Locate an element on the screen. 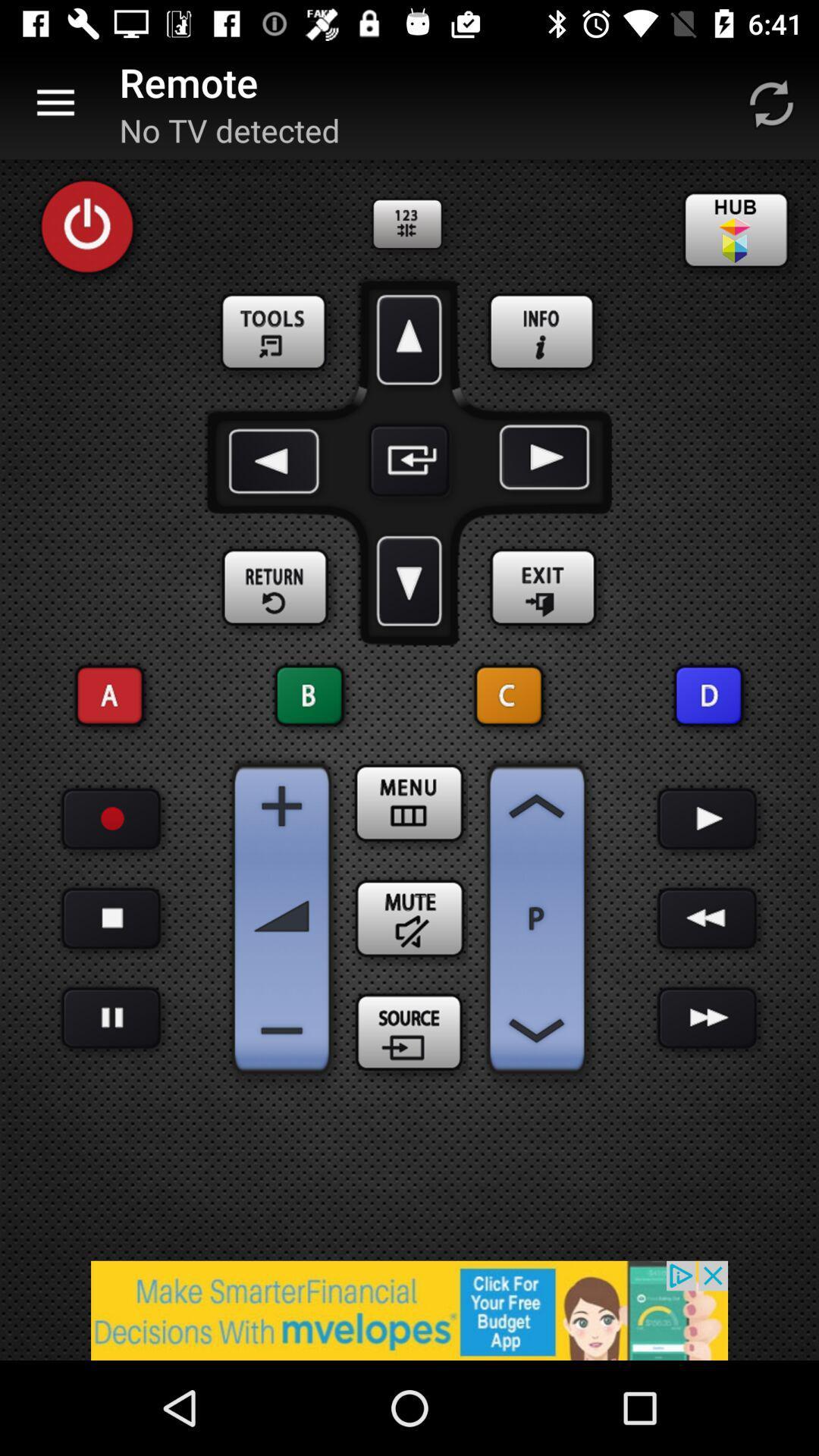  up is located at coordinates (409, 339).